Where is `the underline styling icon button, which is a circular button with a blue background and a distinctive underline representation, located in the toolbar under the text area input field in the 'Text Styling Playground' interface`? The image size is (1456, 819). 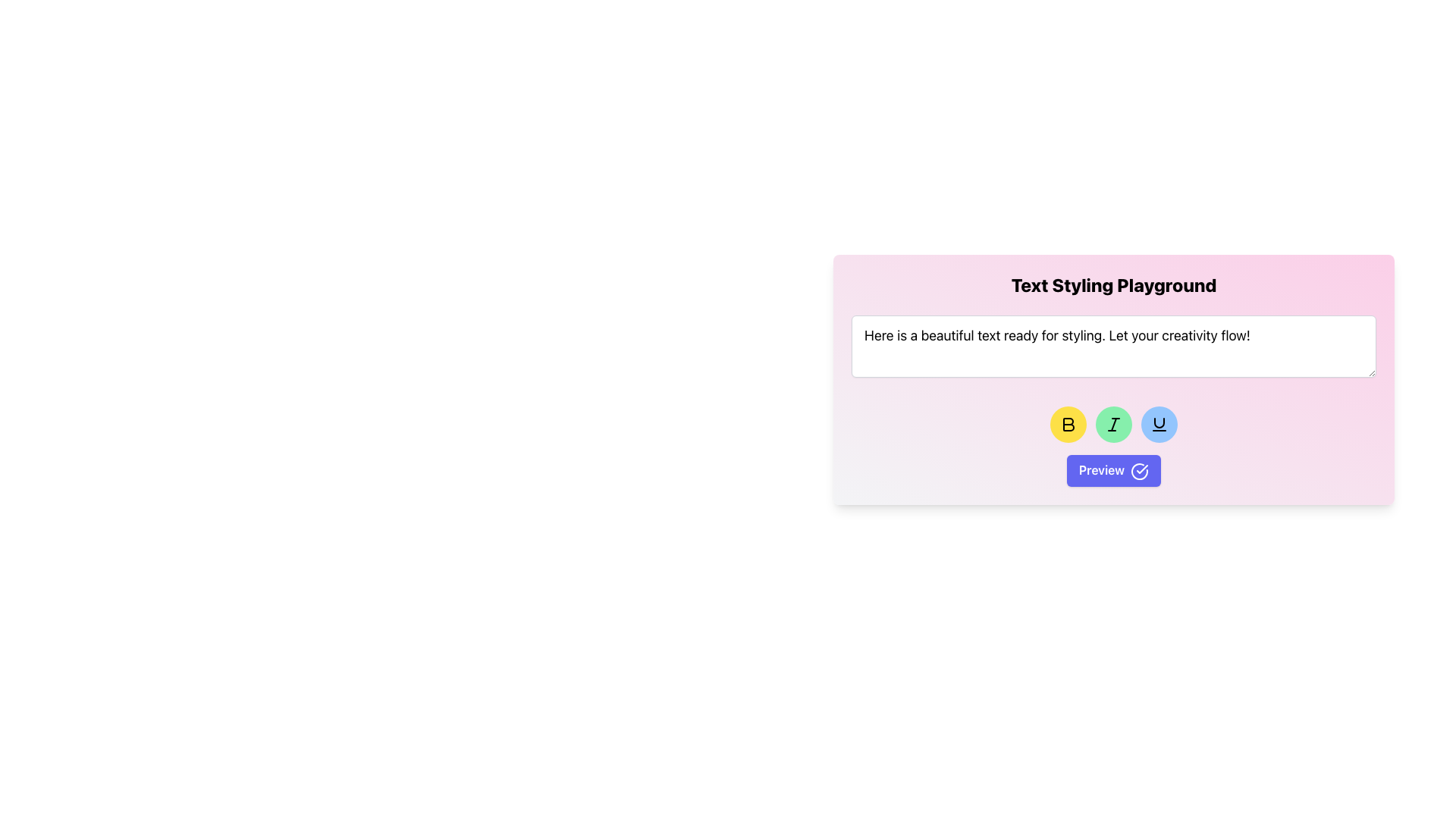 the underline styling icon button, which is a circular button with a blue background and a distinctive underline representation, located in the toolbar under the text area input field in the 'Text Styling Playground' interface is located at coordinates (1159, 424).